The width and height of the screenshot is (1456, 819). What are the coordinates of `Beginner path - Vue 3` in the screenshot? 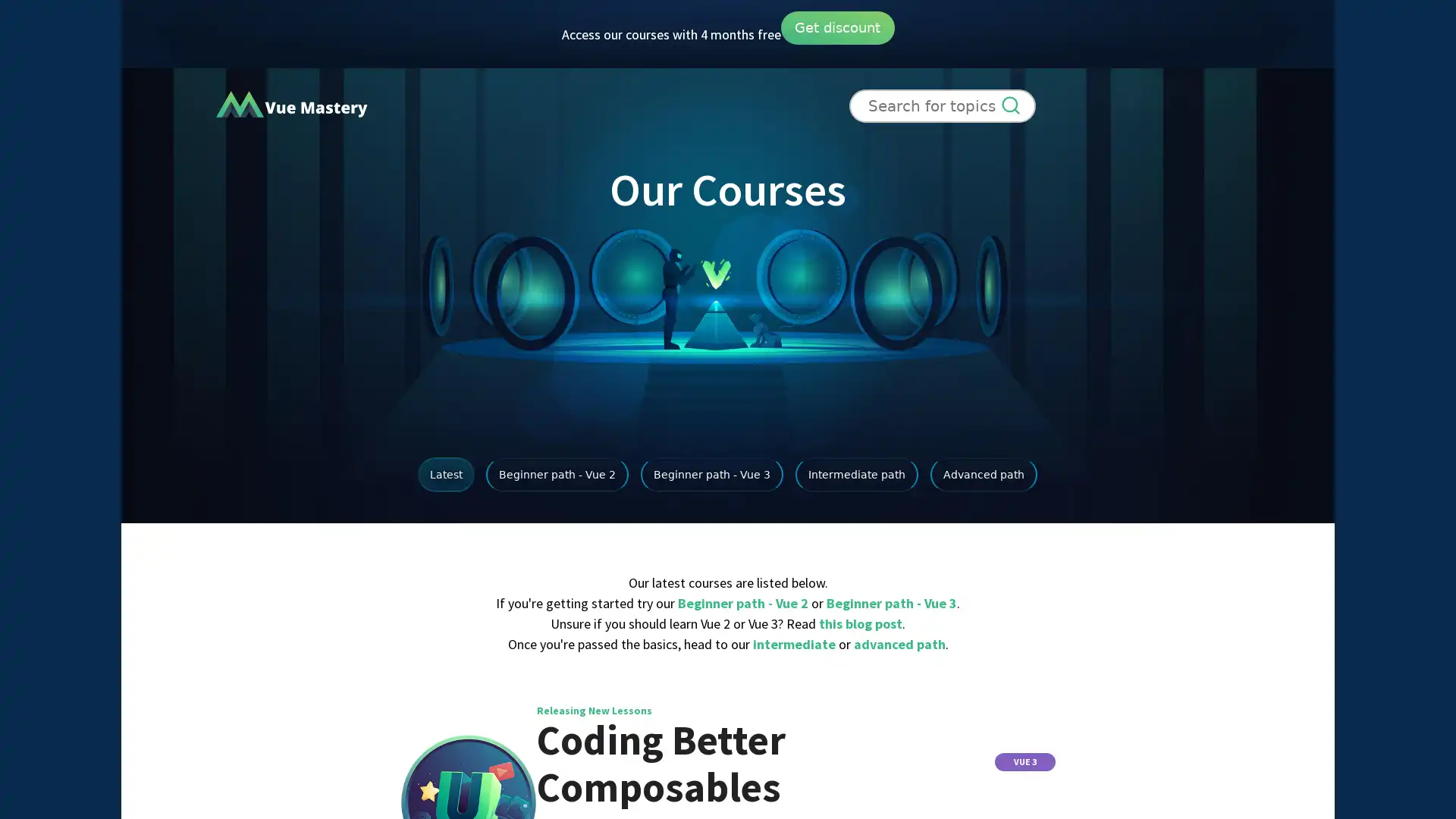 It's located at (708, 473).